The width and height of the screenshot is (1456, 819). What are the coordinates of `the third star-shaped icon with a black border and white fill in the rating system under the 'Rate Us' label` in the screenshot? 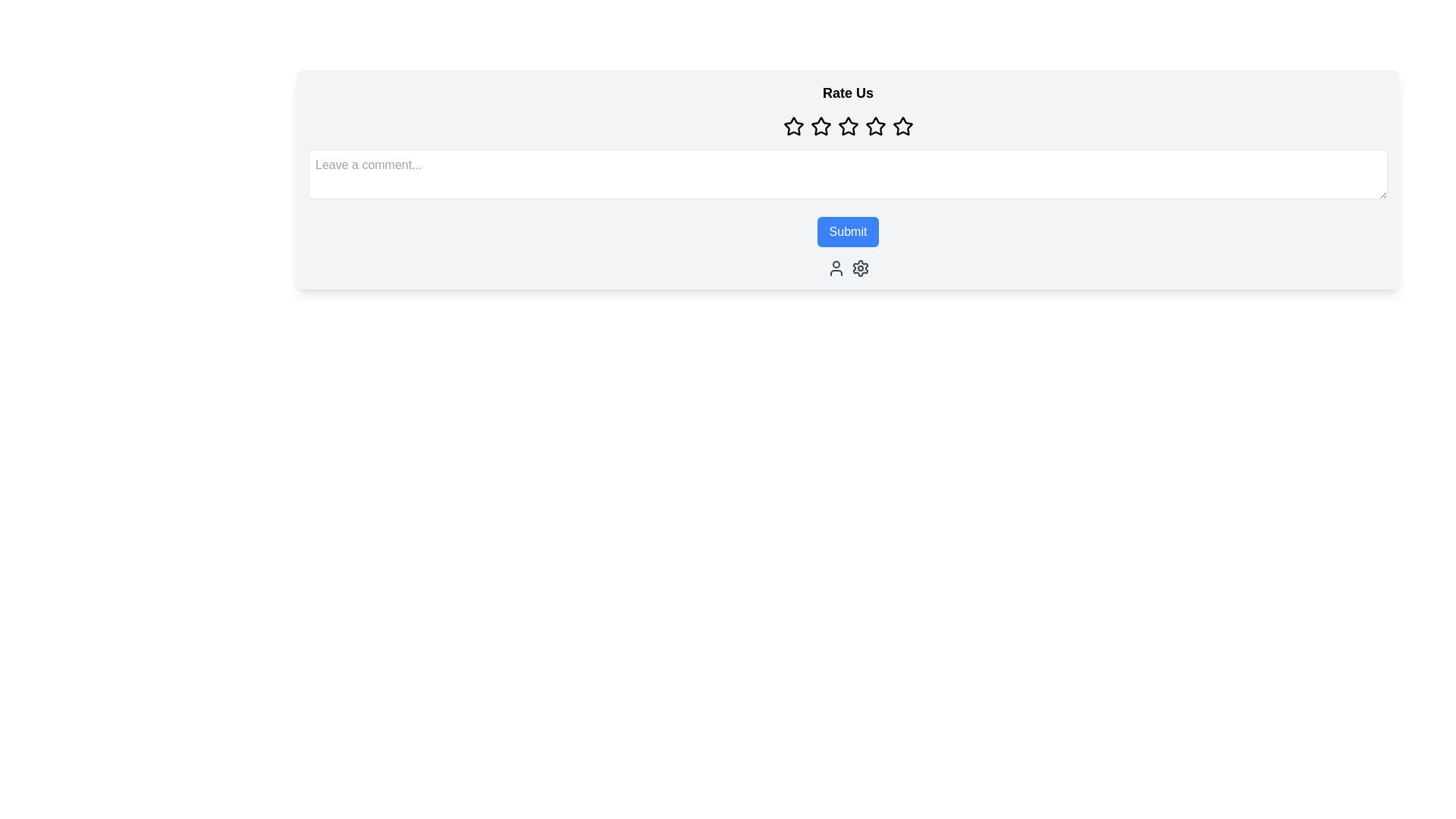 It's located at (847, 124).